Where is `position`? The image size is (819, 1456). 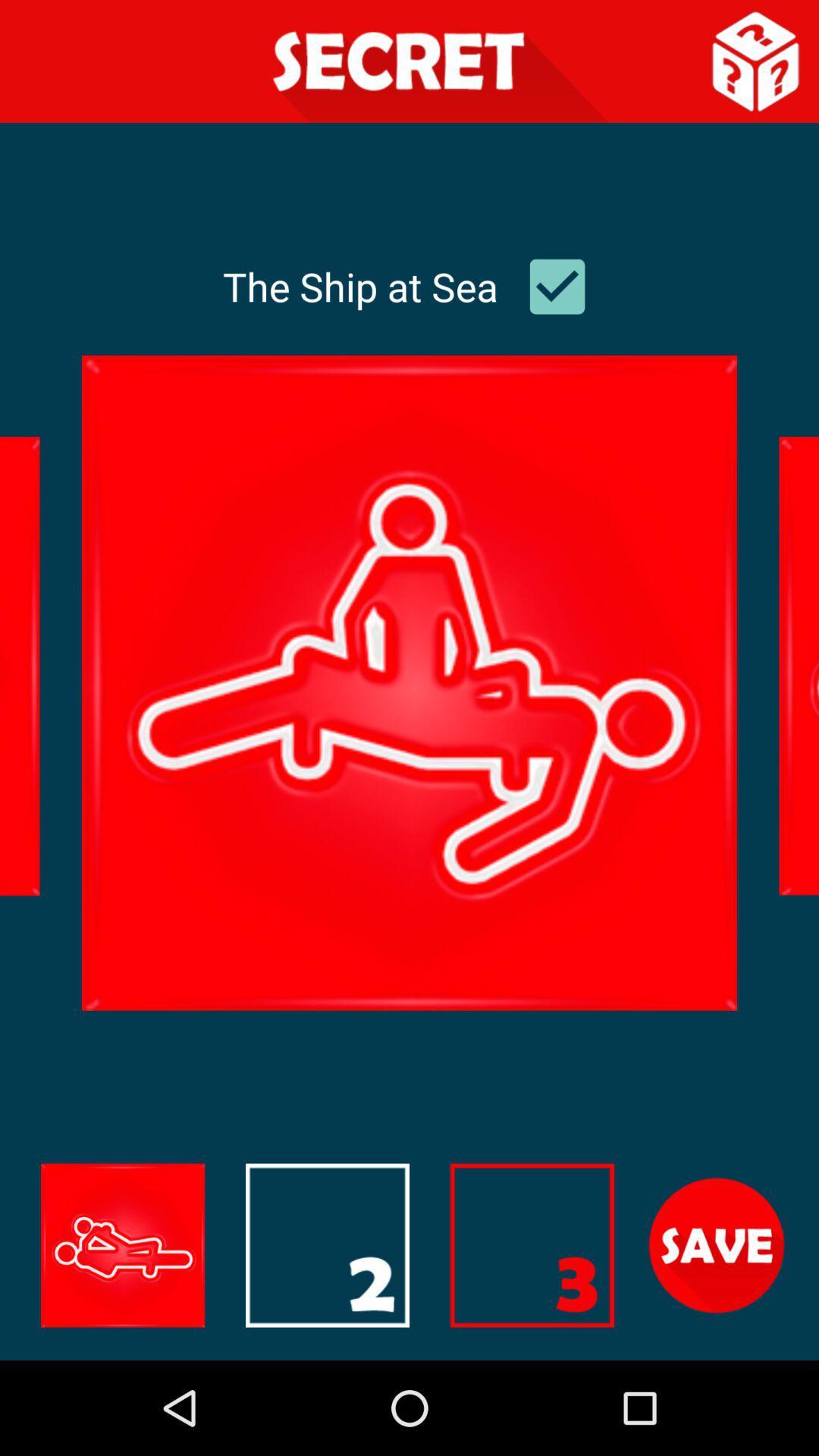
position is located at coordinates (717, 1245).